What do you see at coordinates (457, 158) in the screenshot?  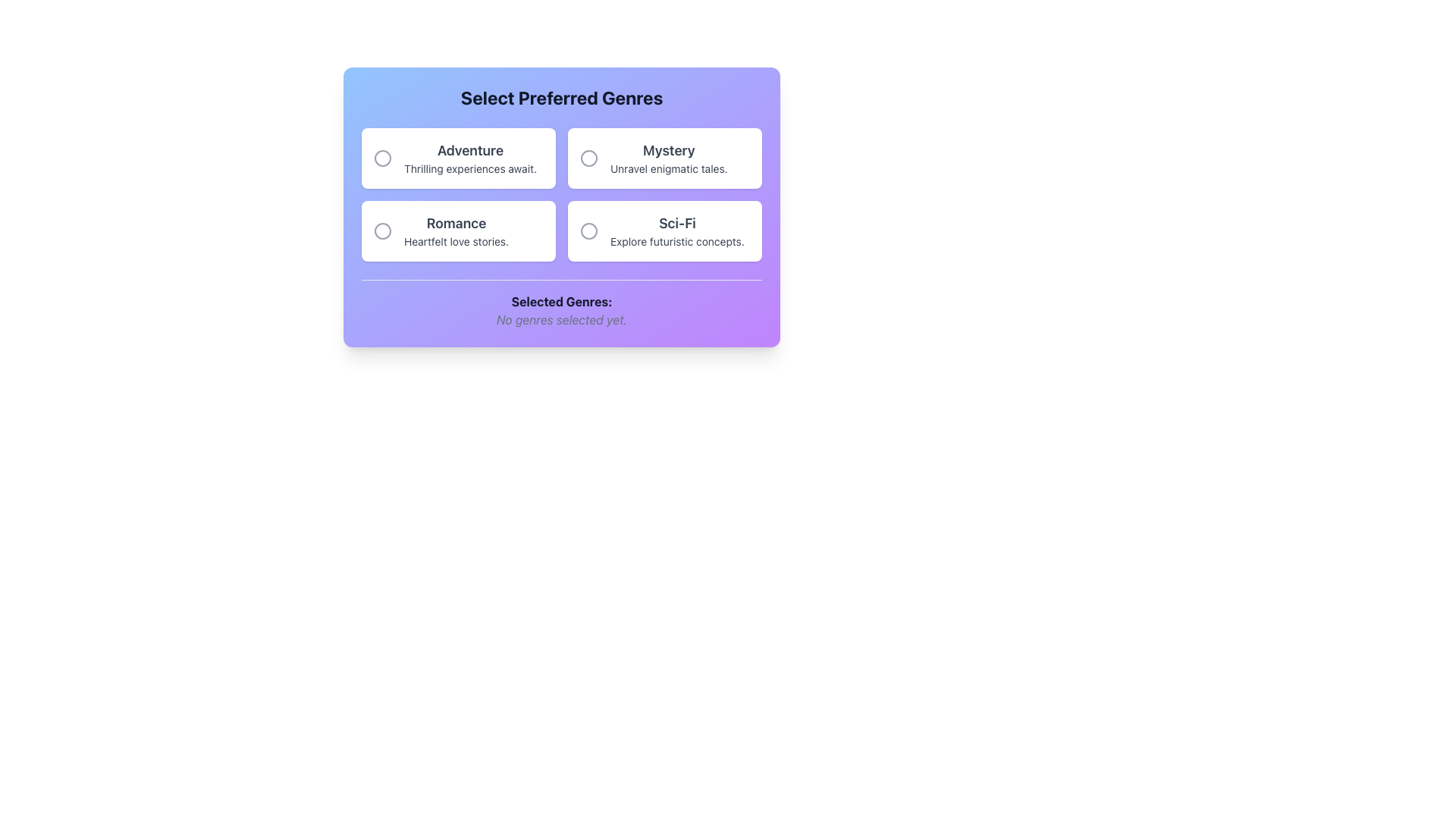 I see `the 'Adventure' selectable card, which features a circular icon on the left and displays the title 'Adventure' in bold with a description 'Thrilling experiences await.'` at bounding box center [457, 158].